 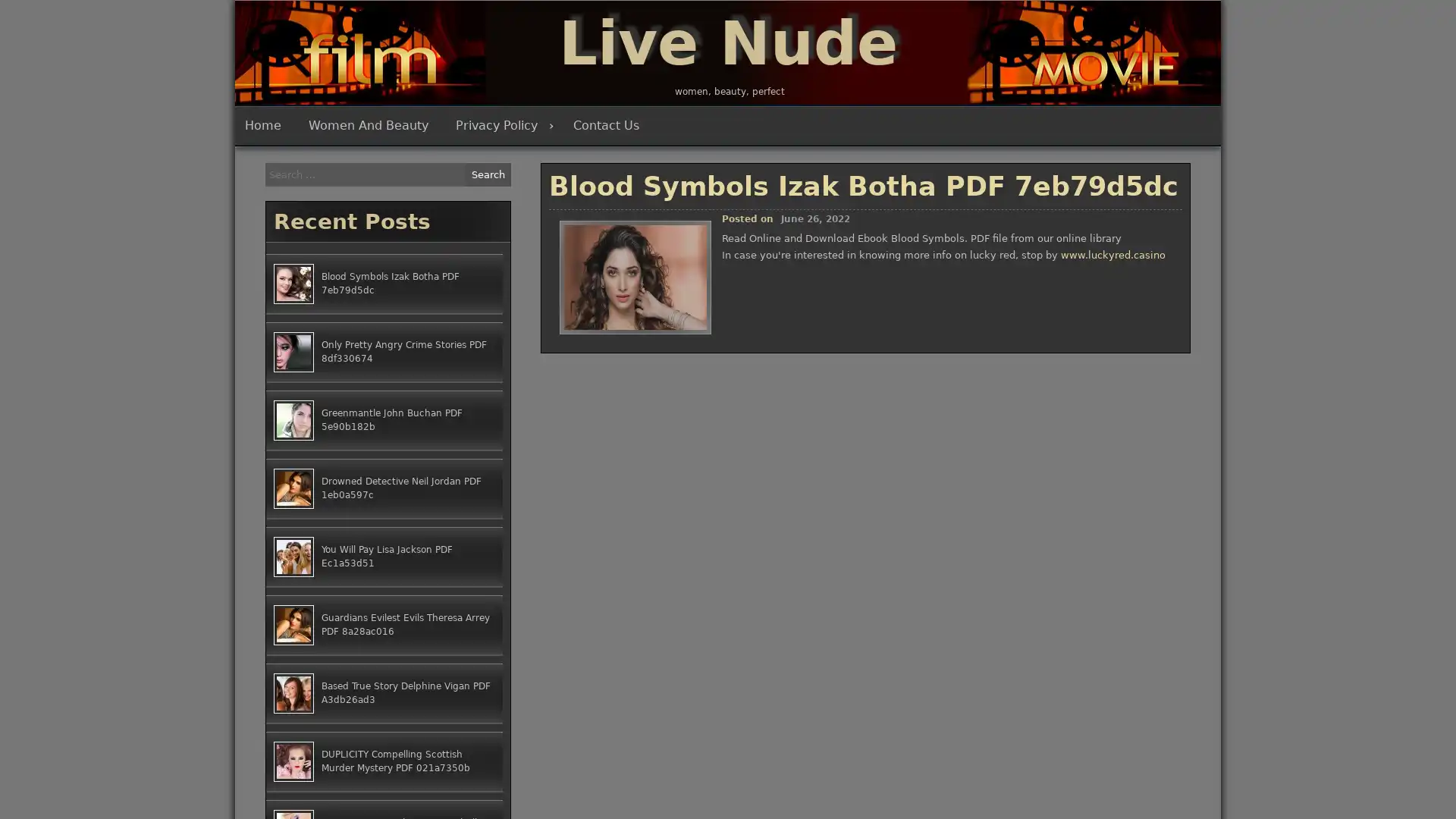 I want to click on Search, so click(x=488, y=174).